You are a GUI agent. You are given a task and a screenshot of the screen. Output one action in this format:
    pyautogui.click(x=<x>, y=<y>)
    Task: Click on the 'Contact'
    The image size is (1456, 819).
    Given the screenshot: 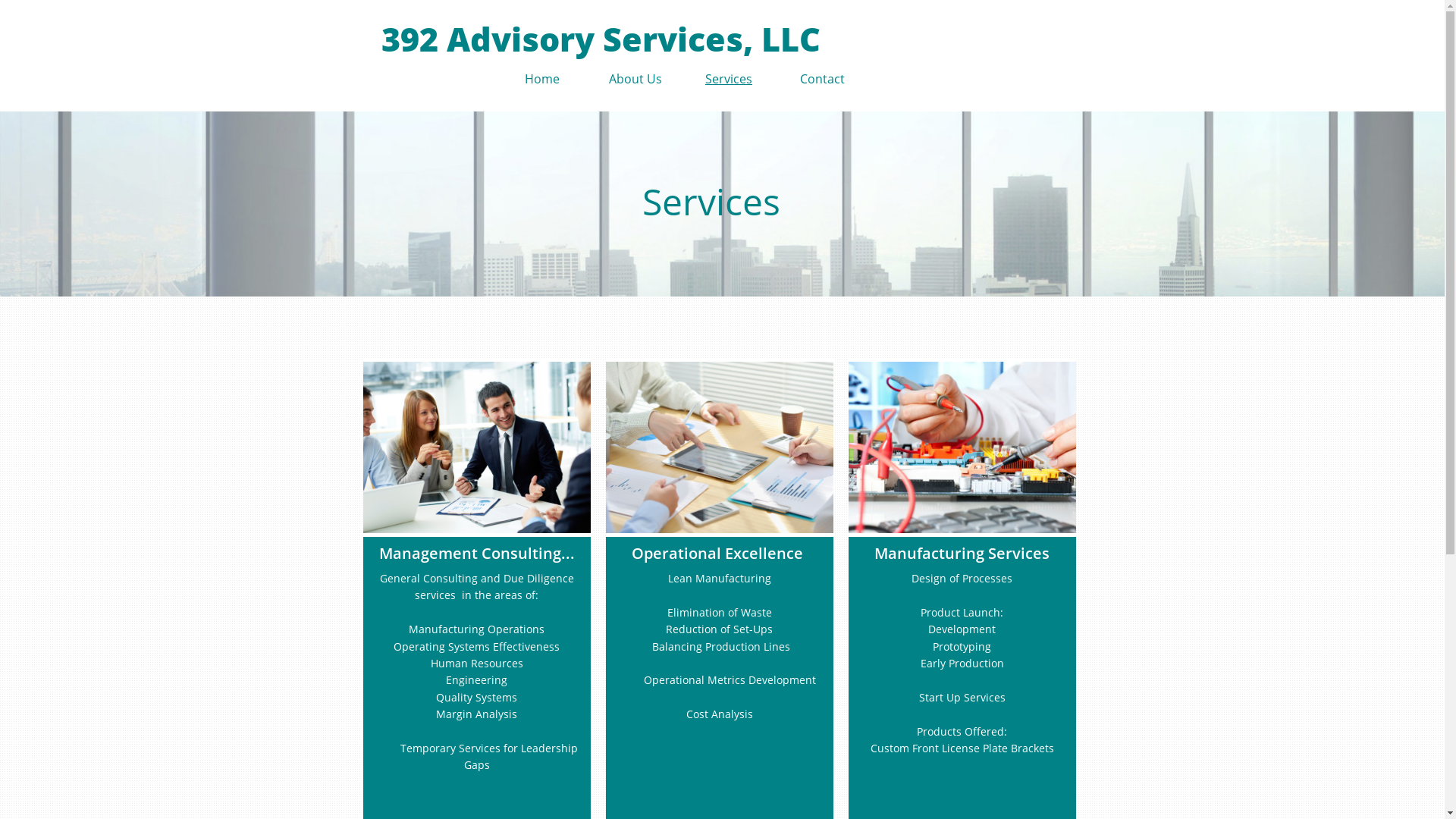 What is the action you would take?
    pyautogui.click(x=821, y=79)
    